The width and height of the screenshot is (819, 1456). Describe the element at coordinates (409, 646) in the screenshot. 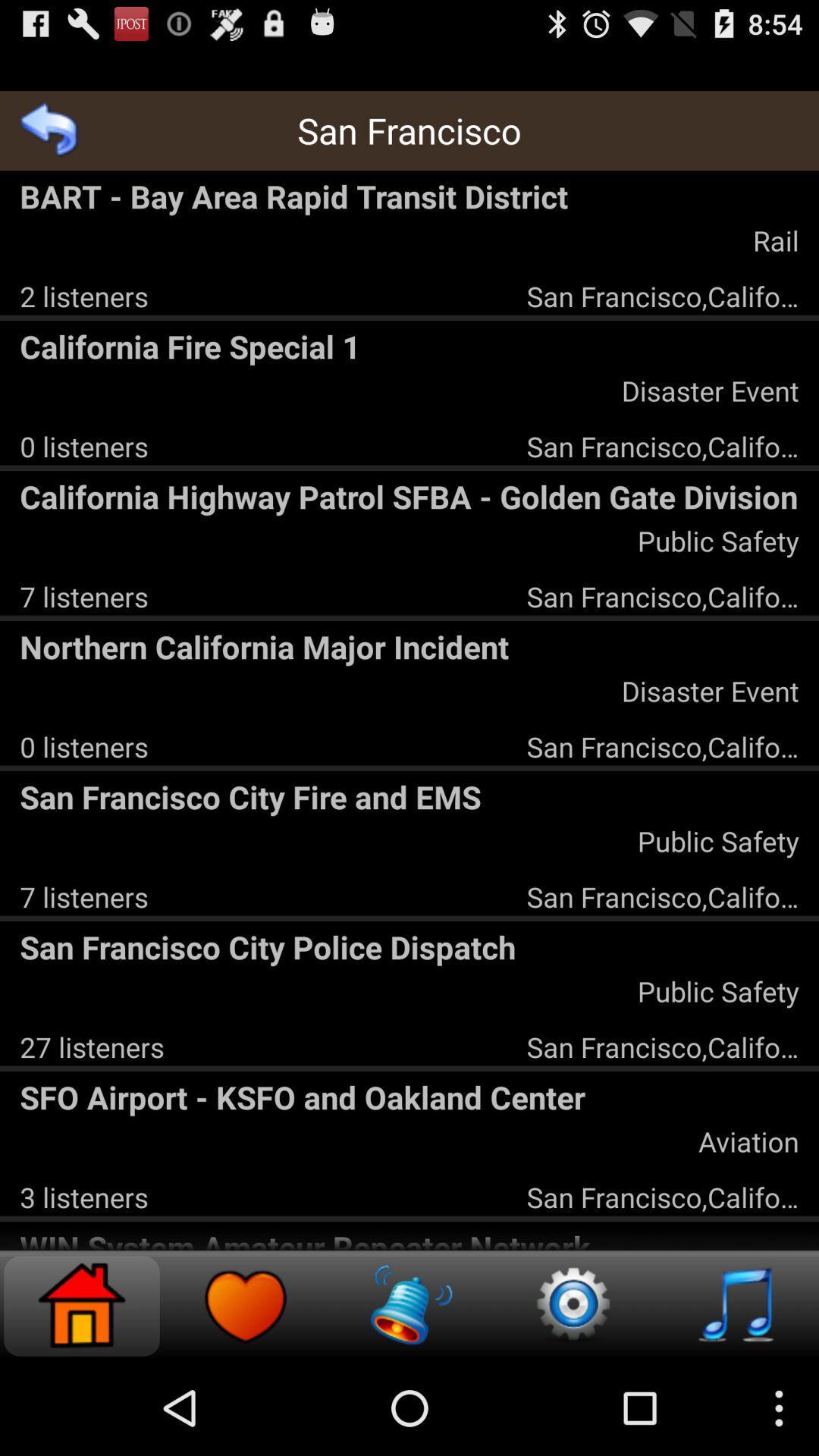

I see `the icon below 7 listeners icon` at that location.